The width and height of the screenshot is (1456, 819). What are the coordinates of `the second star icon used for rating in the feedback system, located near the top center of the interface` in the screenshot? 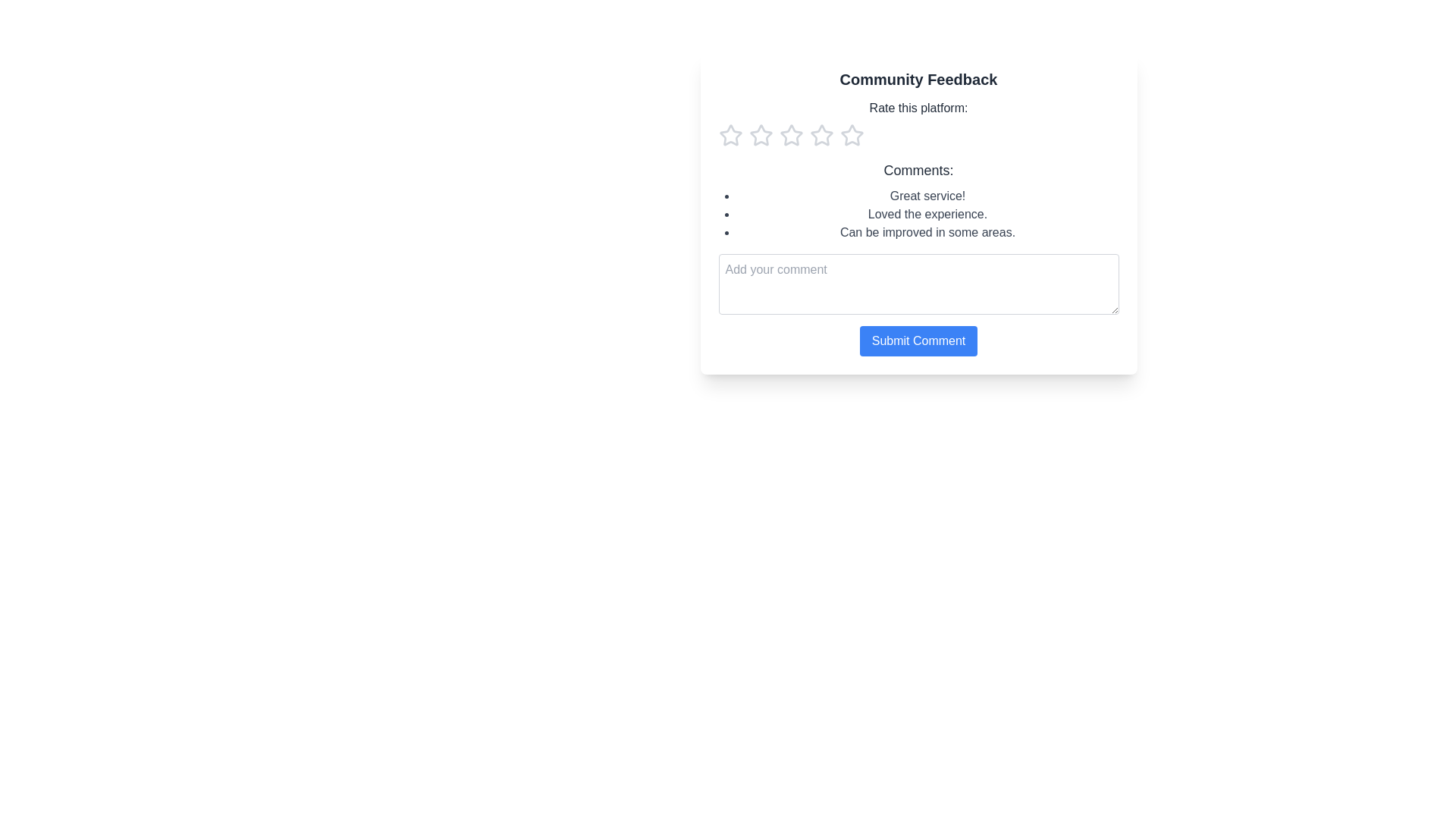 It's located at (821, 134).